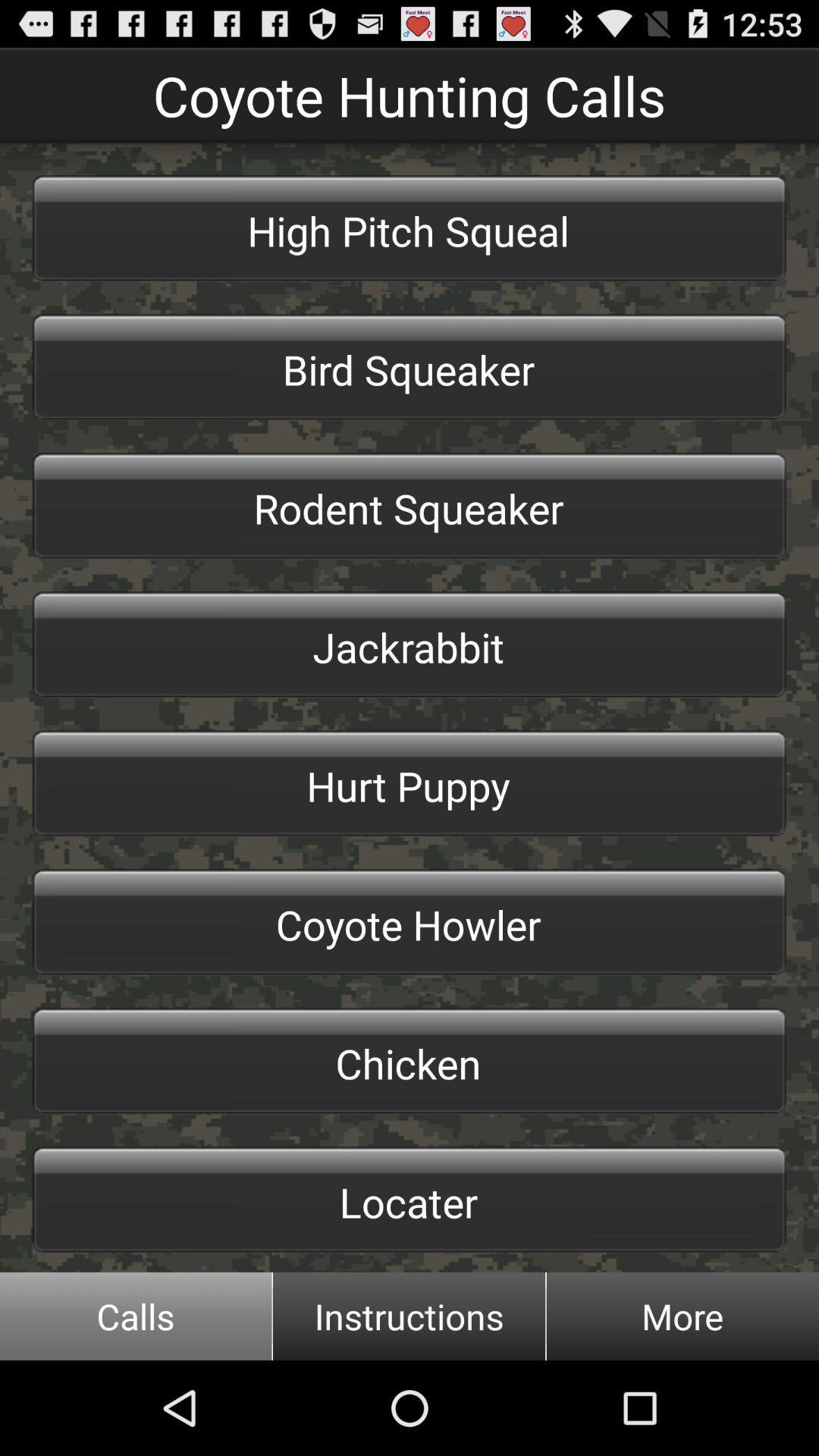 The width and height of the screenshot is (819, 1456). I want to click on the jackrabbit item, so click(409, 645).